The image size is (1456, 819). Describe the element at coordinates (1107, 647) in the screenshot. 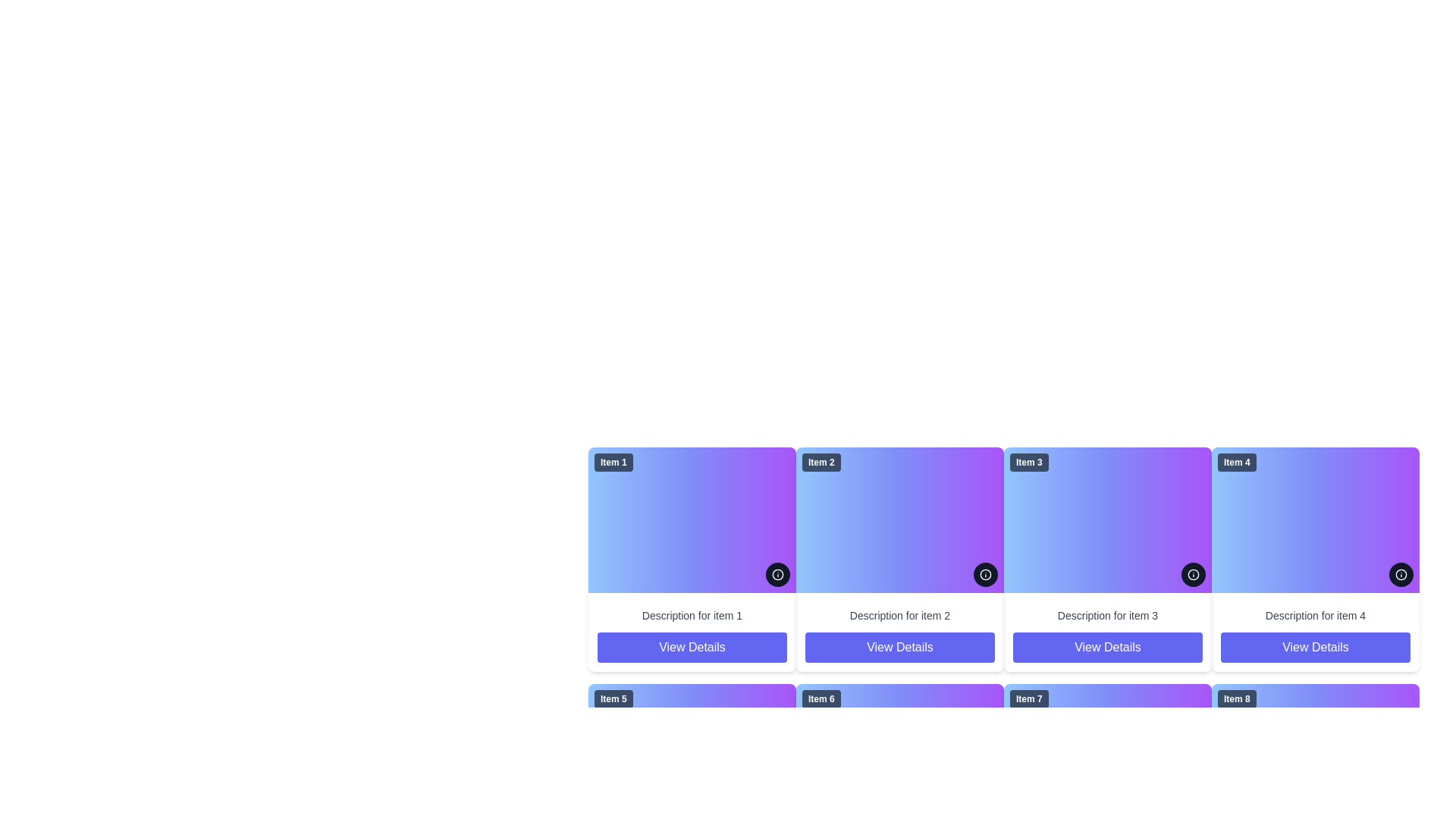

I see `the button located at the center-bottom of the 'Description for item 3' card` at that location.